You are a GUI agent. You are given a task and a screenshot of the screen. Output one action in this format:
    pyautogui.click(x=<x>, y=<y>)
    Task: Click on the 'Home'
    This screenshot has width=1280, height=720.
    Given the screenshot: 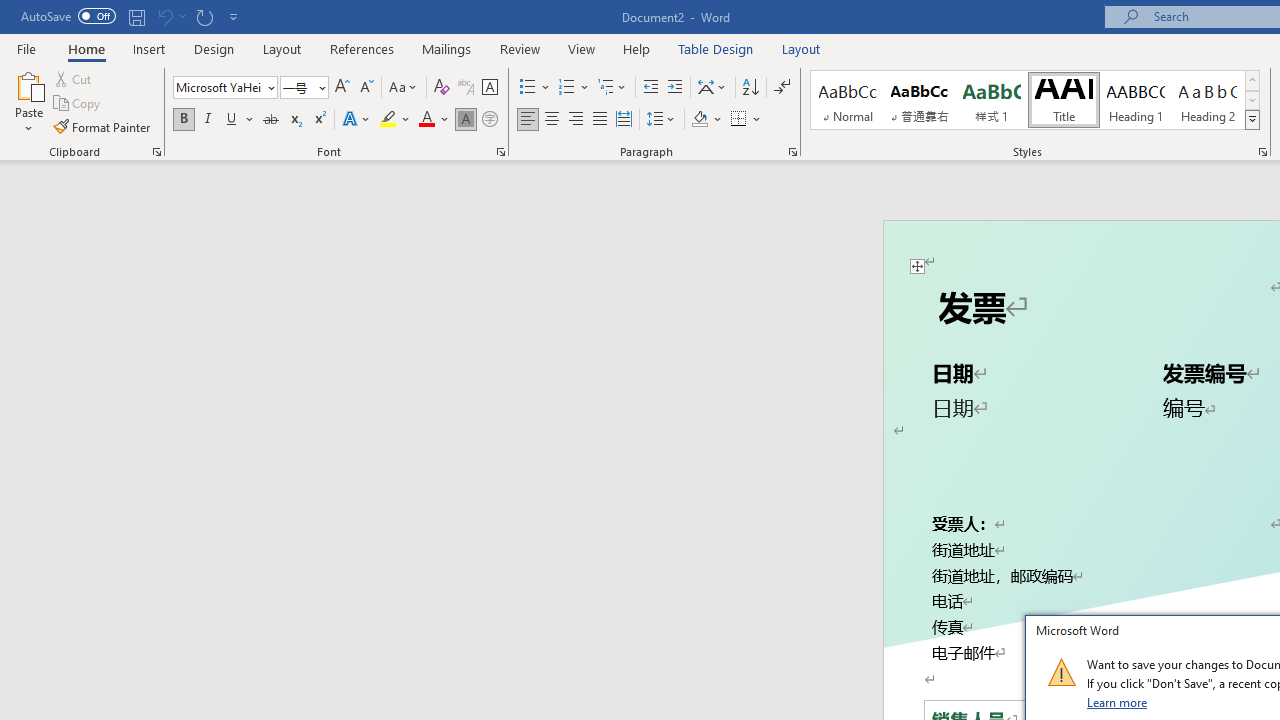 What is the action you would take?
    pyautogui.click(x=85, y=48)
    